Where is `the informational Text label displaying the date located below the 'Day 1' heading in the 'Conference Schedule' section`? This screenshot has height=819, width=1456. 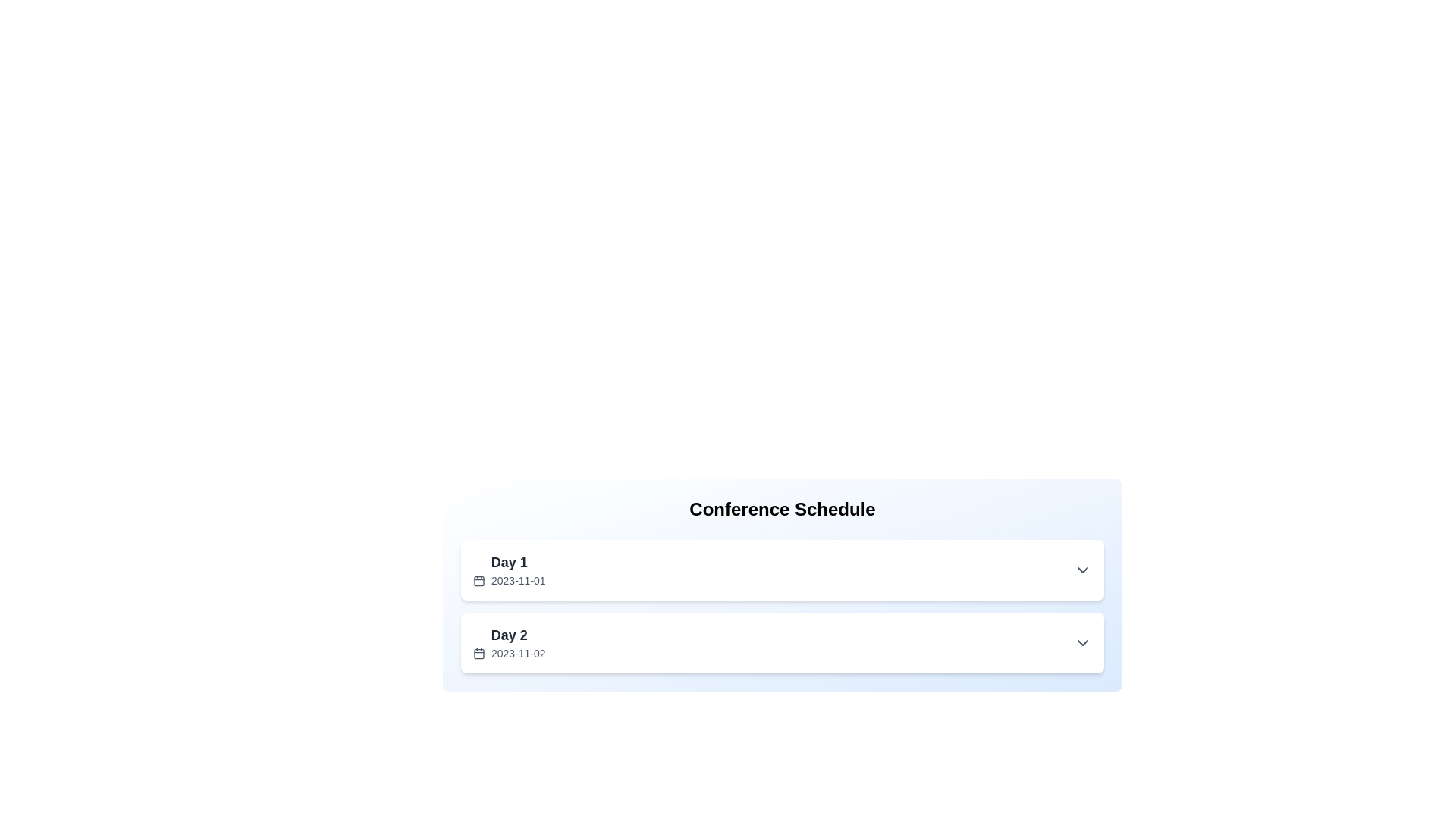 the informational Text label displaying the date located below the 'Day 1' heading in the 'Conference Schedule' section is located at coordinates (509, 580).